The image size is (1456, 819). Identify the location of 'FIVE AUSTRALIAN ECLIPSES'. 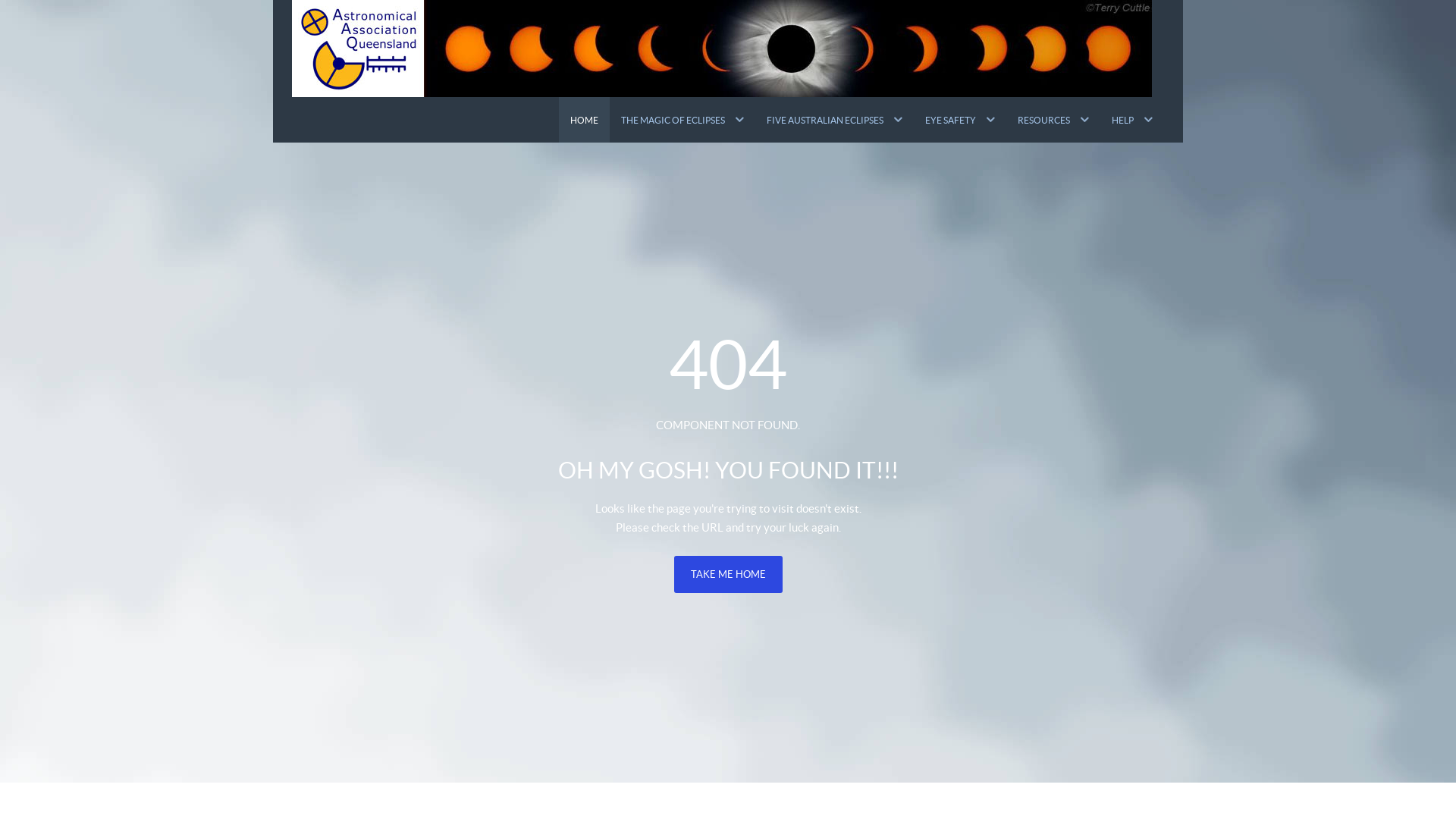
(833, 119).